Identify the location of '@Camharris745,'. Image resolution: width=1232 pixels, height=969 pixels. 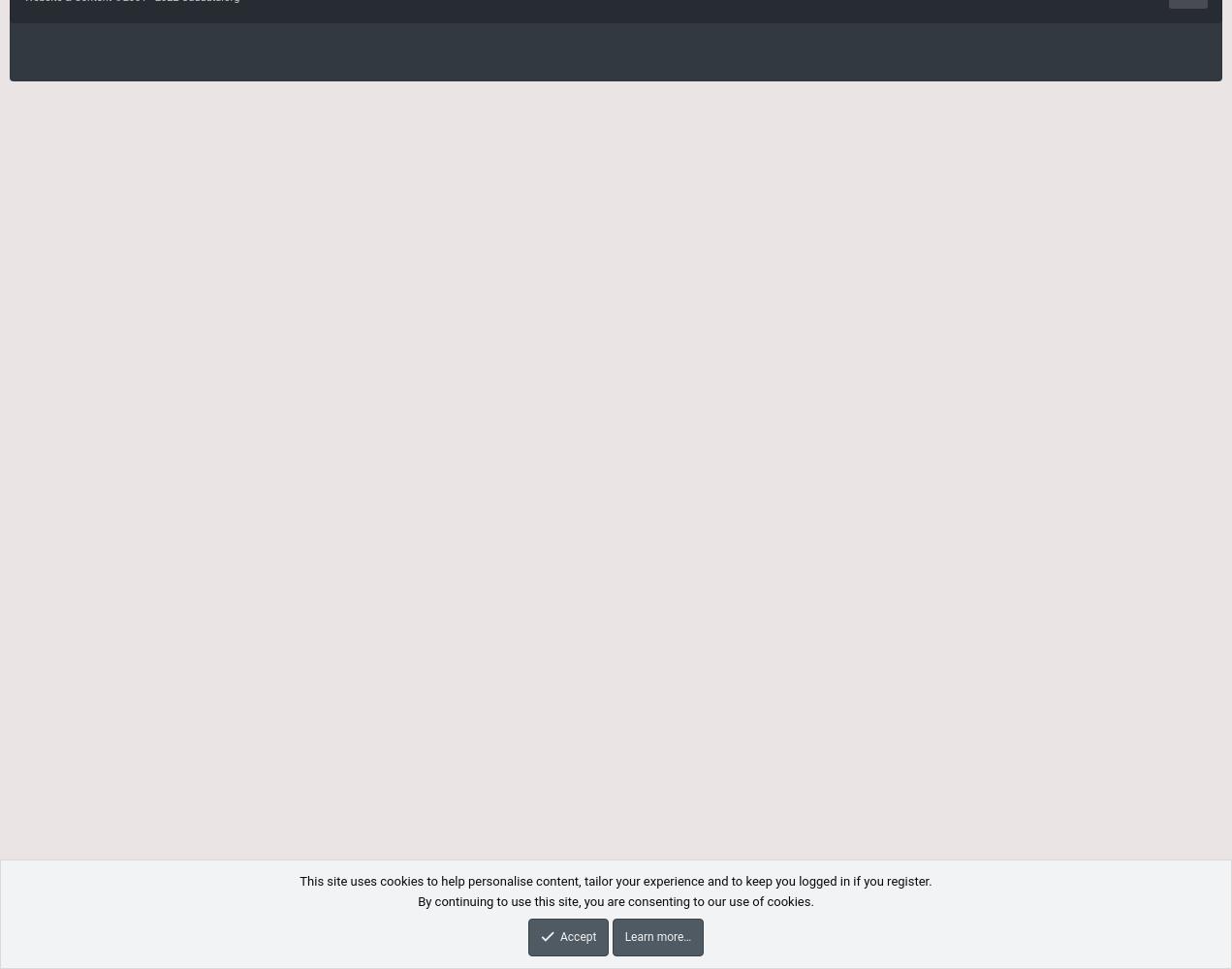
(142, 942).